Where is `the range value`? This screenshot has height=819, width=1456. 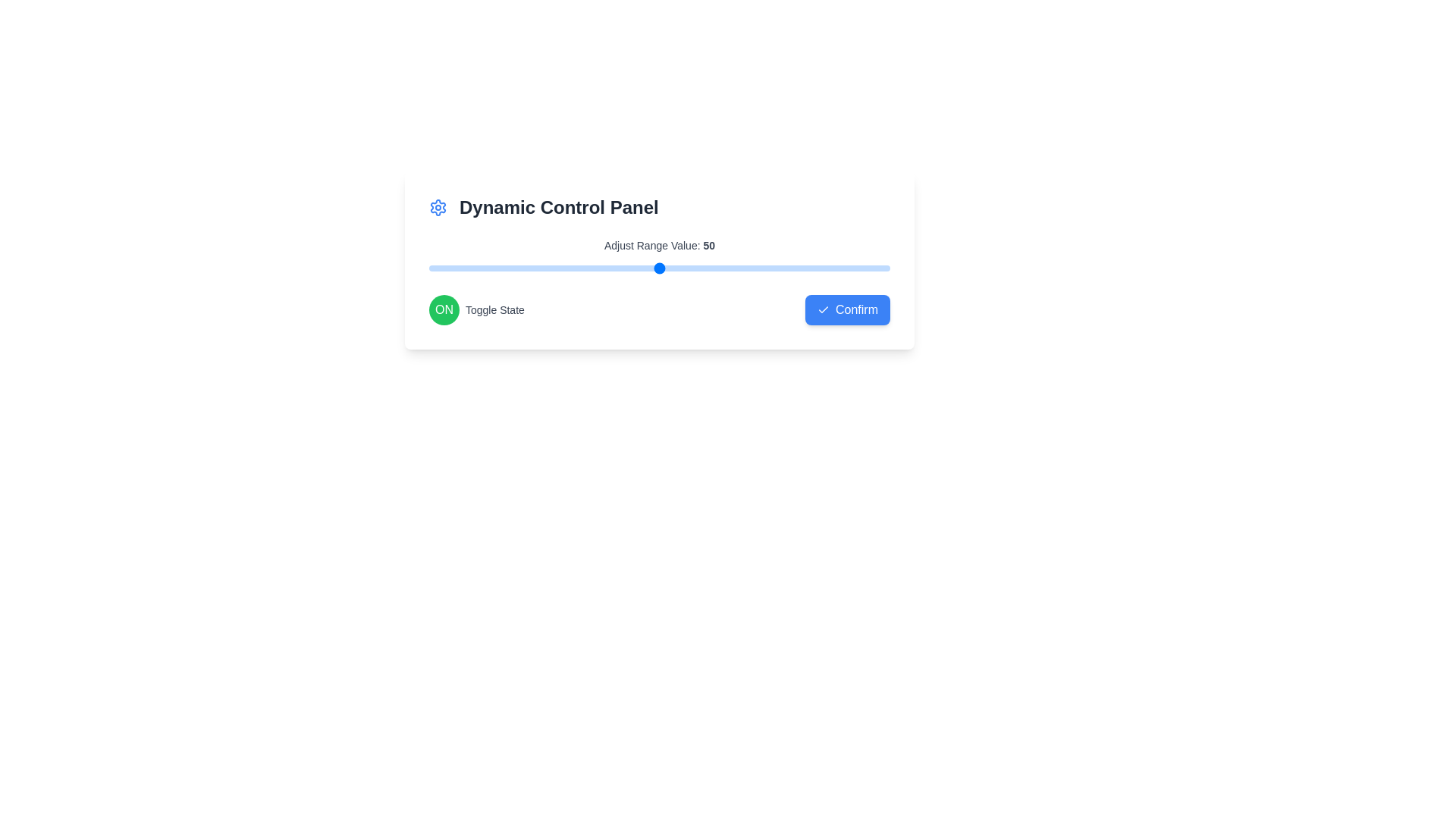
the range value is located at coordinates (507, 268).